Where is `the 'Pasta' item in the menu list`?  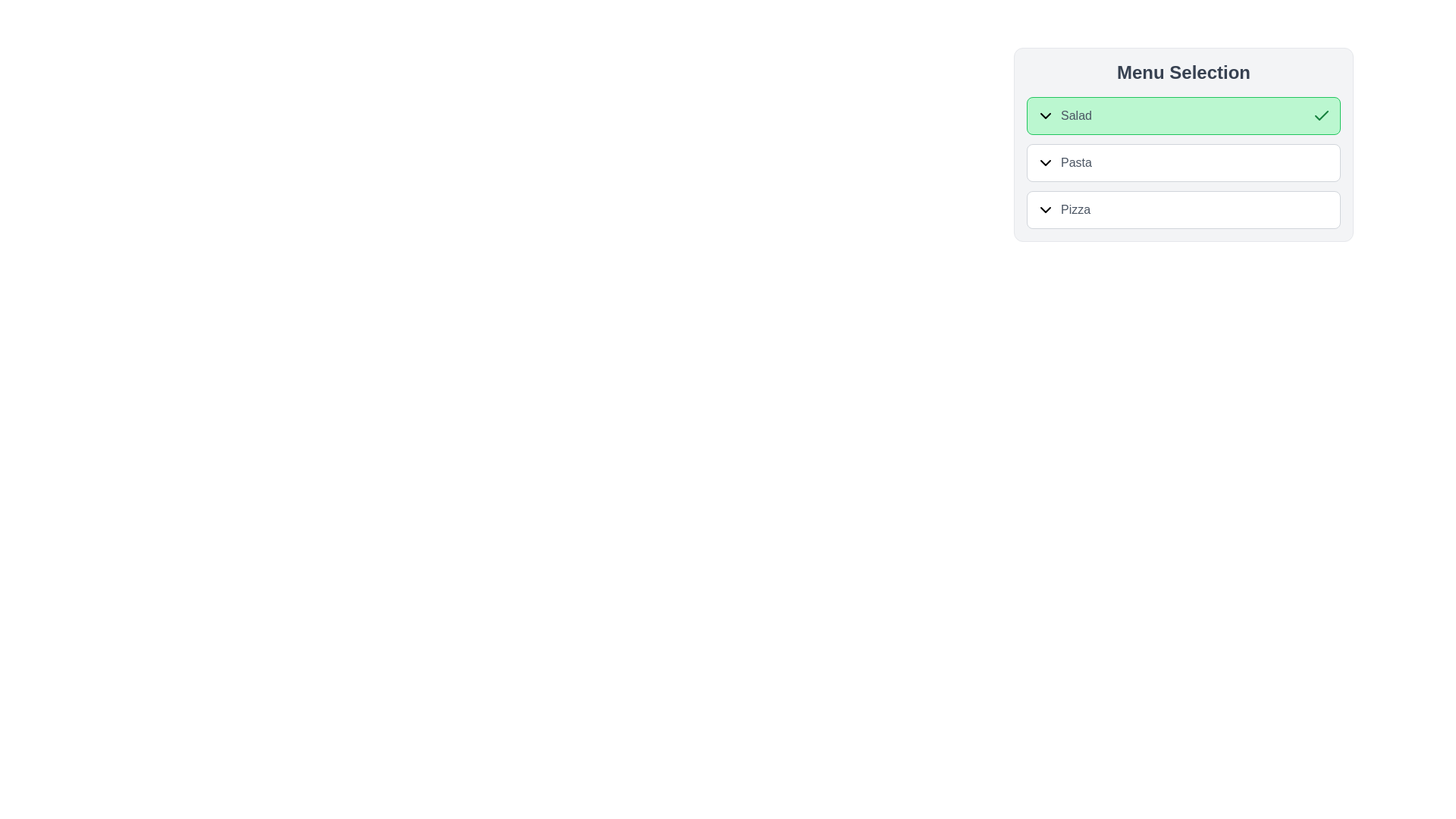 the 'Pasta' item in the menu list is located at coordinates (1182, 163).